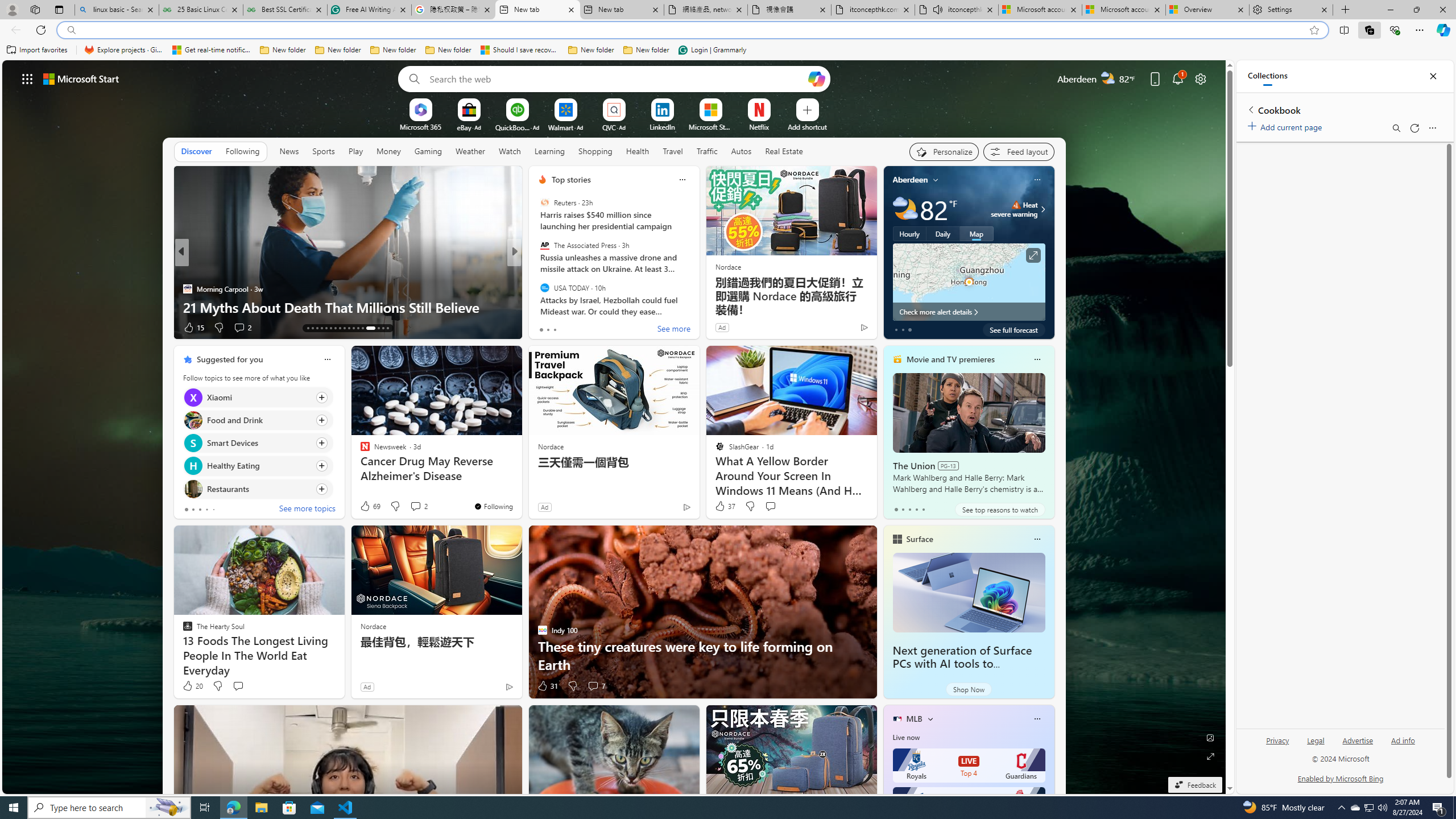 The height and width of the screenshot is (819, 1456). I want to click on 'Gaming', so click(428, 151).